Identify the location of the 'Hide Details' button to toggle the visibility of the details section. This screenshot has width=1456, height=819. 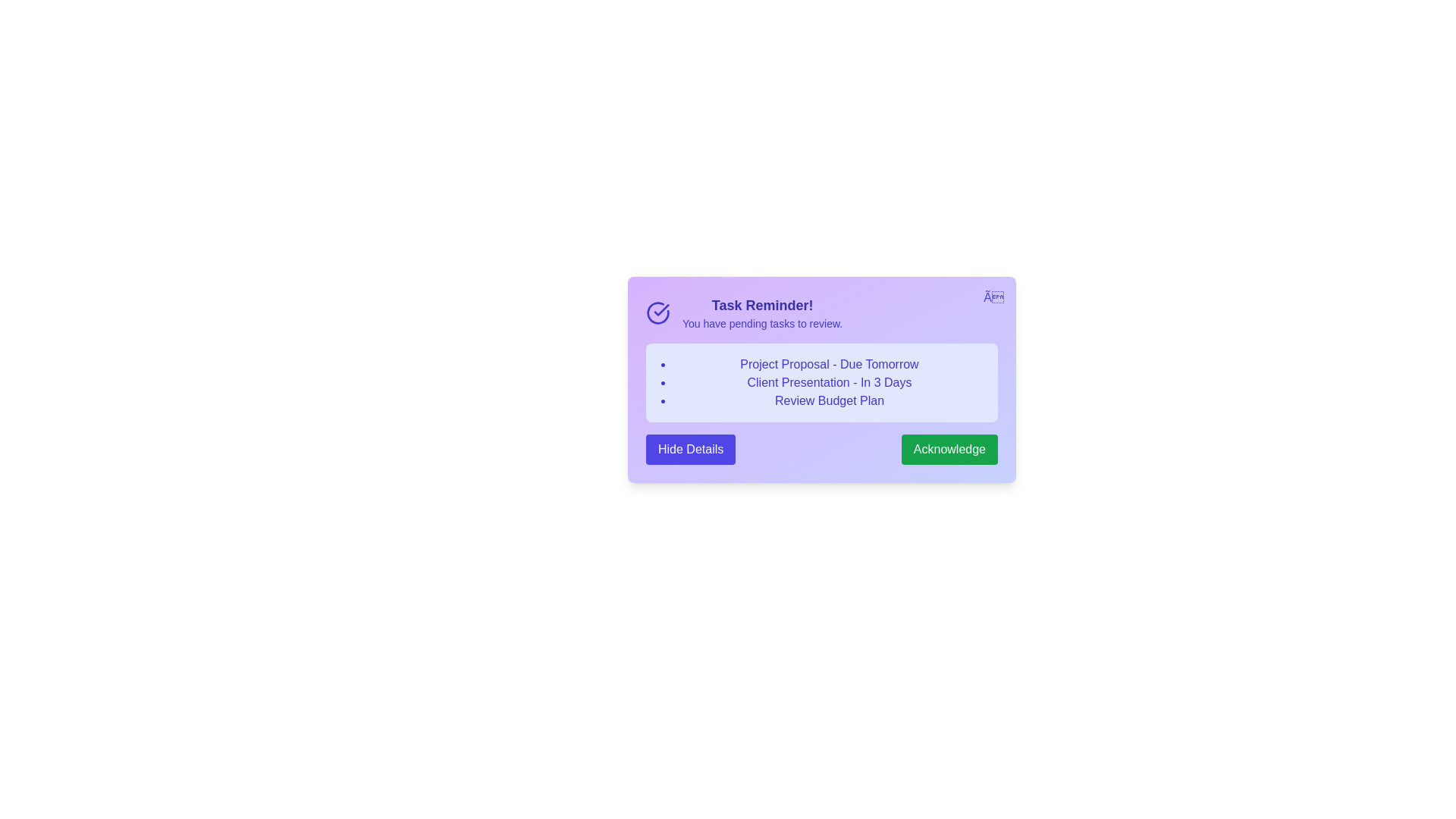
(690, 449).